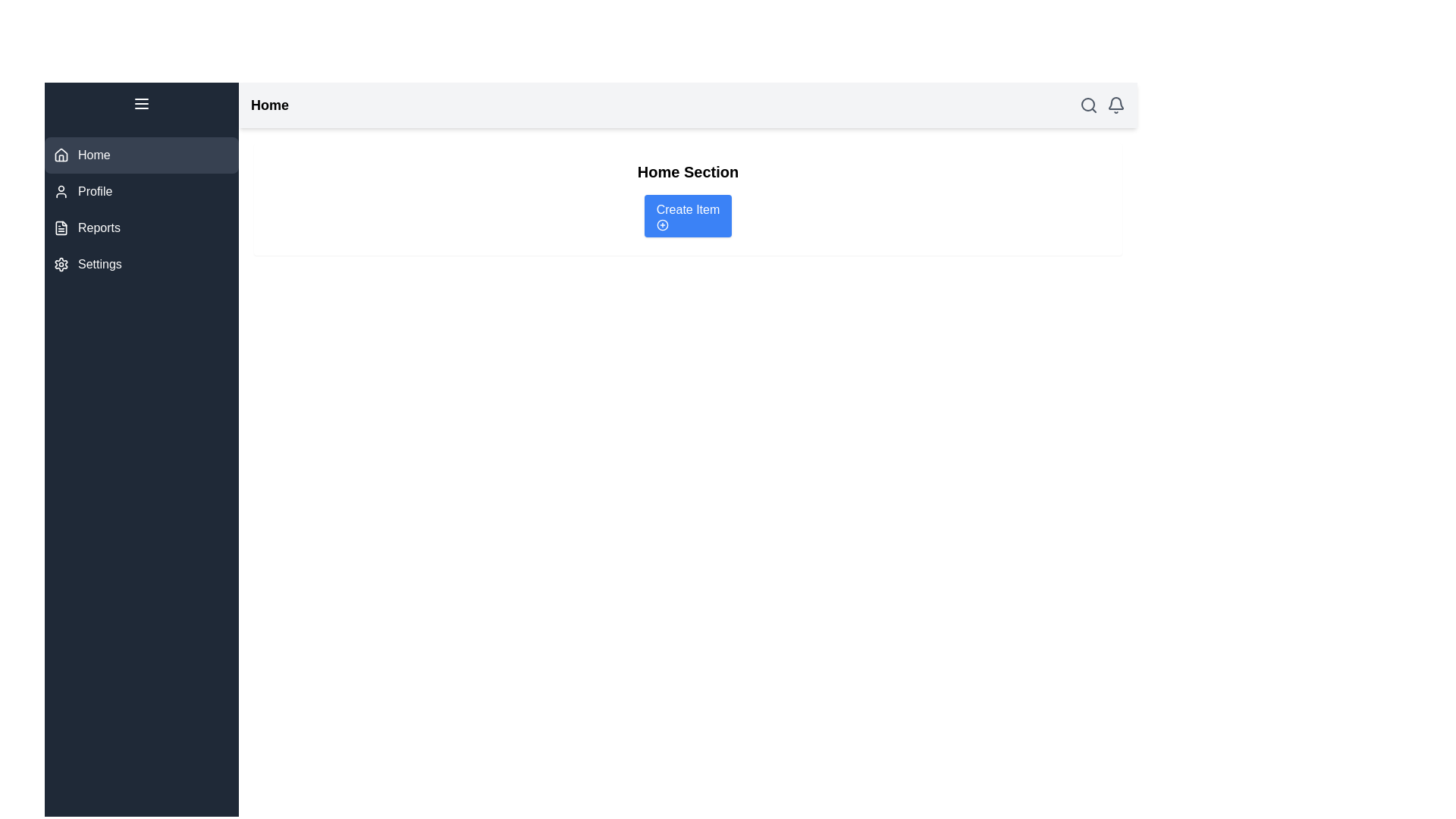  I want to click on the circular plus icon inside the 'Create Item' button, so click(662, 225).